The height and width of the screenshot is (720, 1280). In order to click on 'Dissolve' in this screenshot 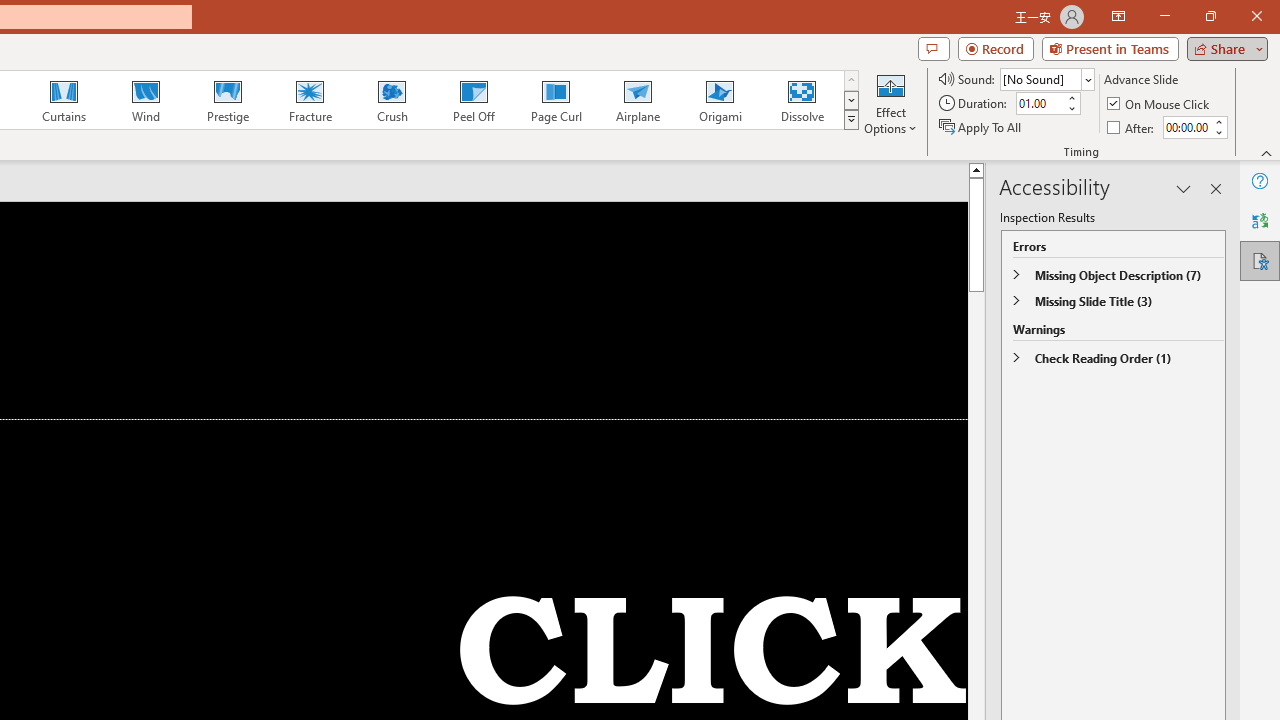, I will do `click(802, 100)`.